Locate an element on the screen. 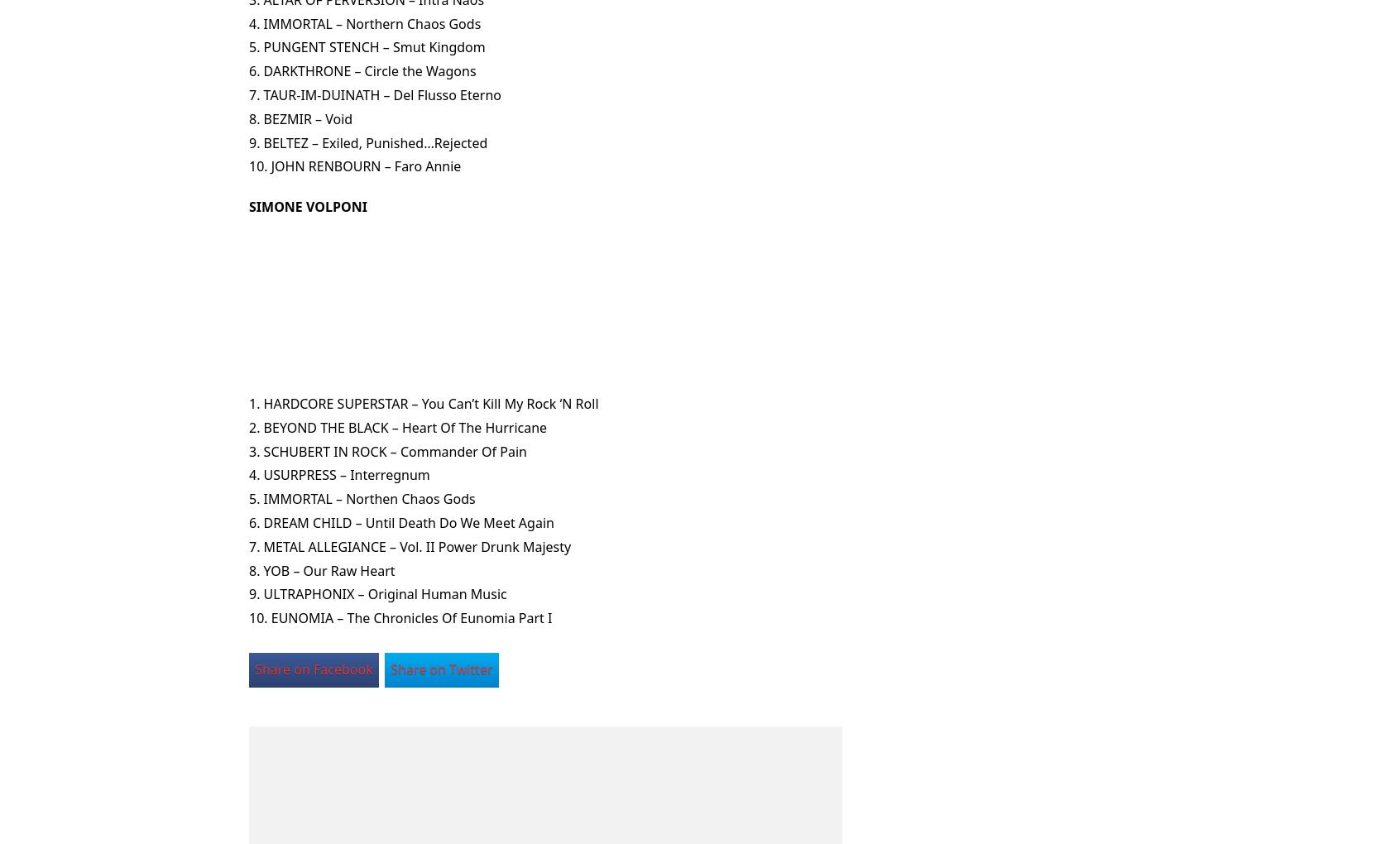 Image resolution: width=1400 pixels, height=844 pixels. '10. JOHN RENBOURN – Faro Annie' is located at coordinates (353, 165).